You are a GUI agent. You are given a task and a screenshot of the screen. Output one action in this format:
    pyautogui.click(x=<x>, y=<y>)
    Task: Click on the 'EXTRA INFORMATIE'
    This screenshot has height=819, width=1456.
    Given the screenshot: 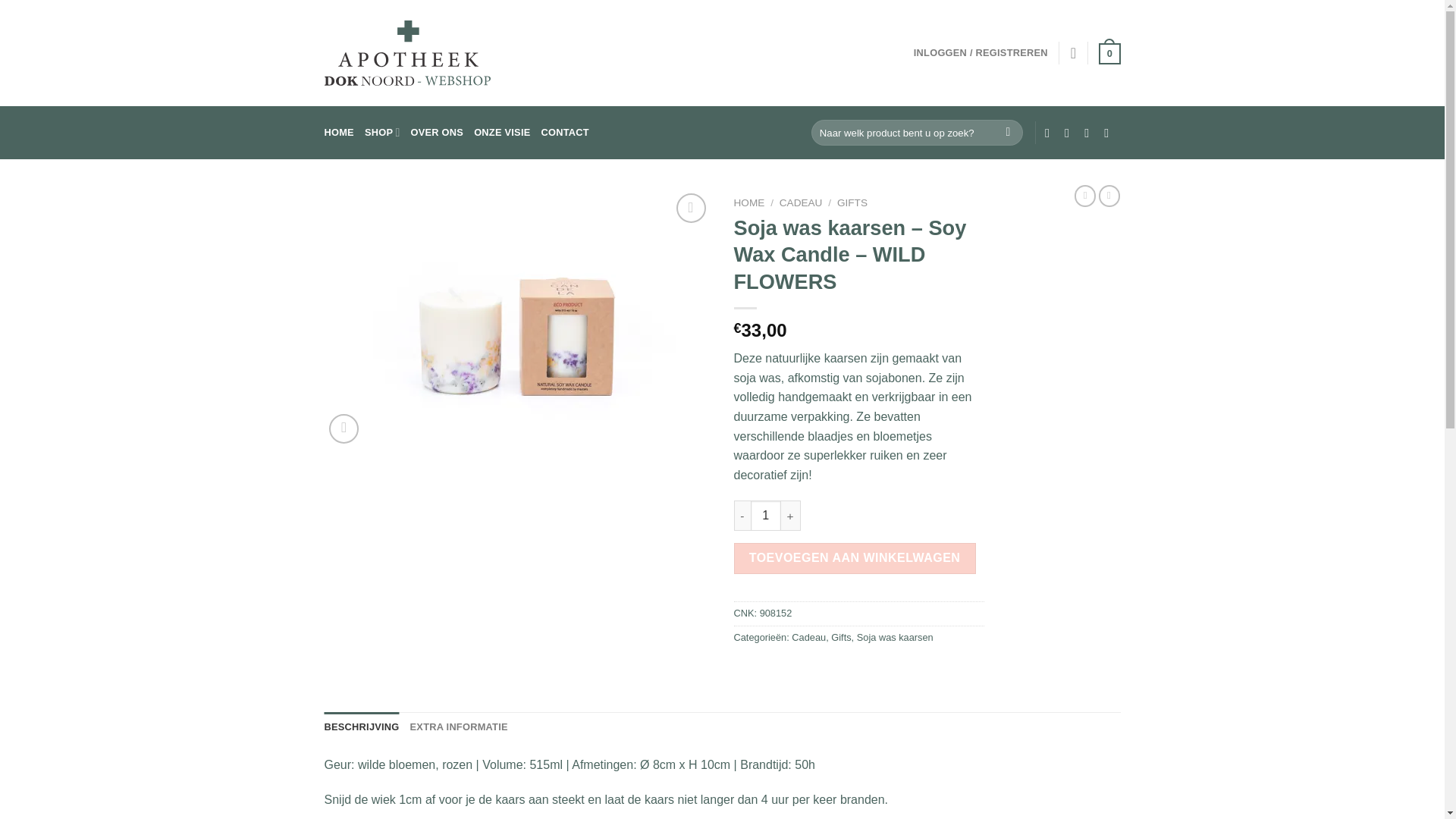 What is the action you would take?
    pyautogui.click(x=458, y=726)
    